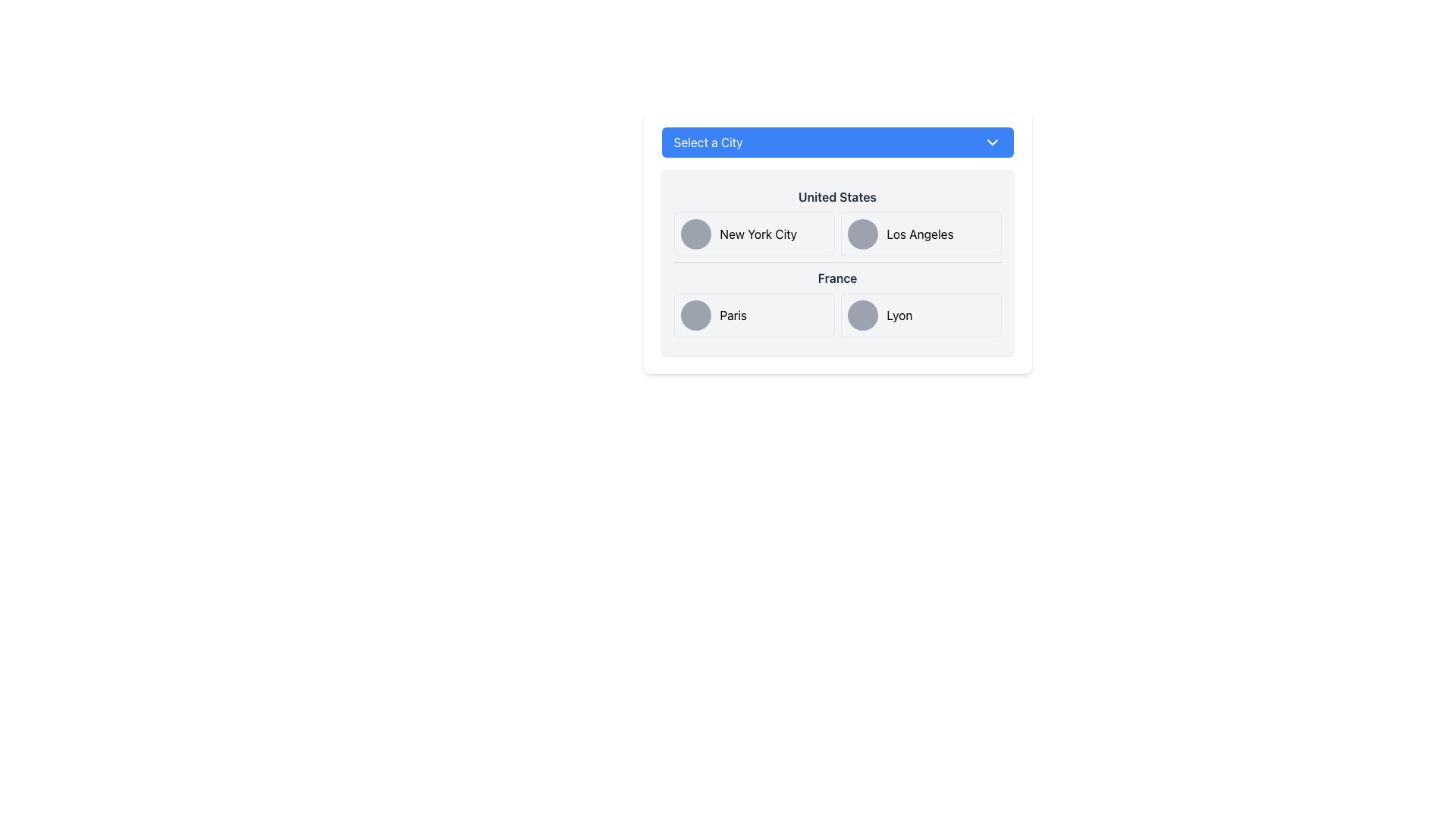 The width and height of the screenshot is (1456, 819). I want to click on the button, so click(754, 315).